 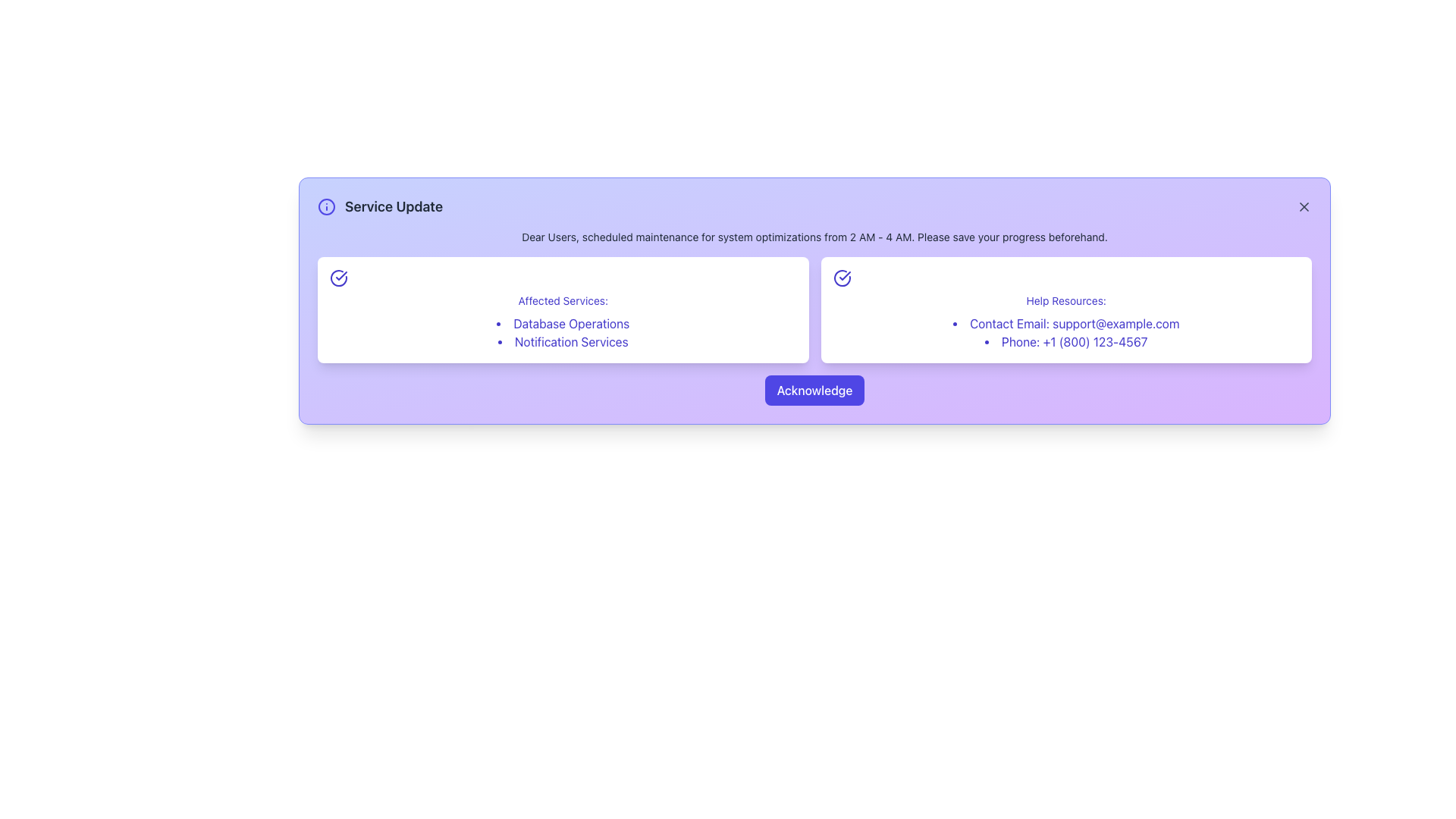 I want to click on the title of the notification panel, which is situated in the upper left region and positioned to the left of the dismissal button ('x'), so click(x=380, y=207).